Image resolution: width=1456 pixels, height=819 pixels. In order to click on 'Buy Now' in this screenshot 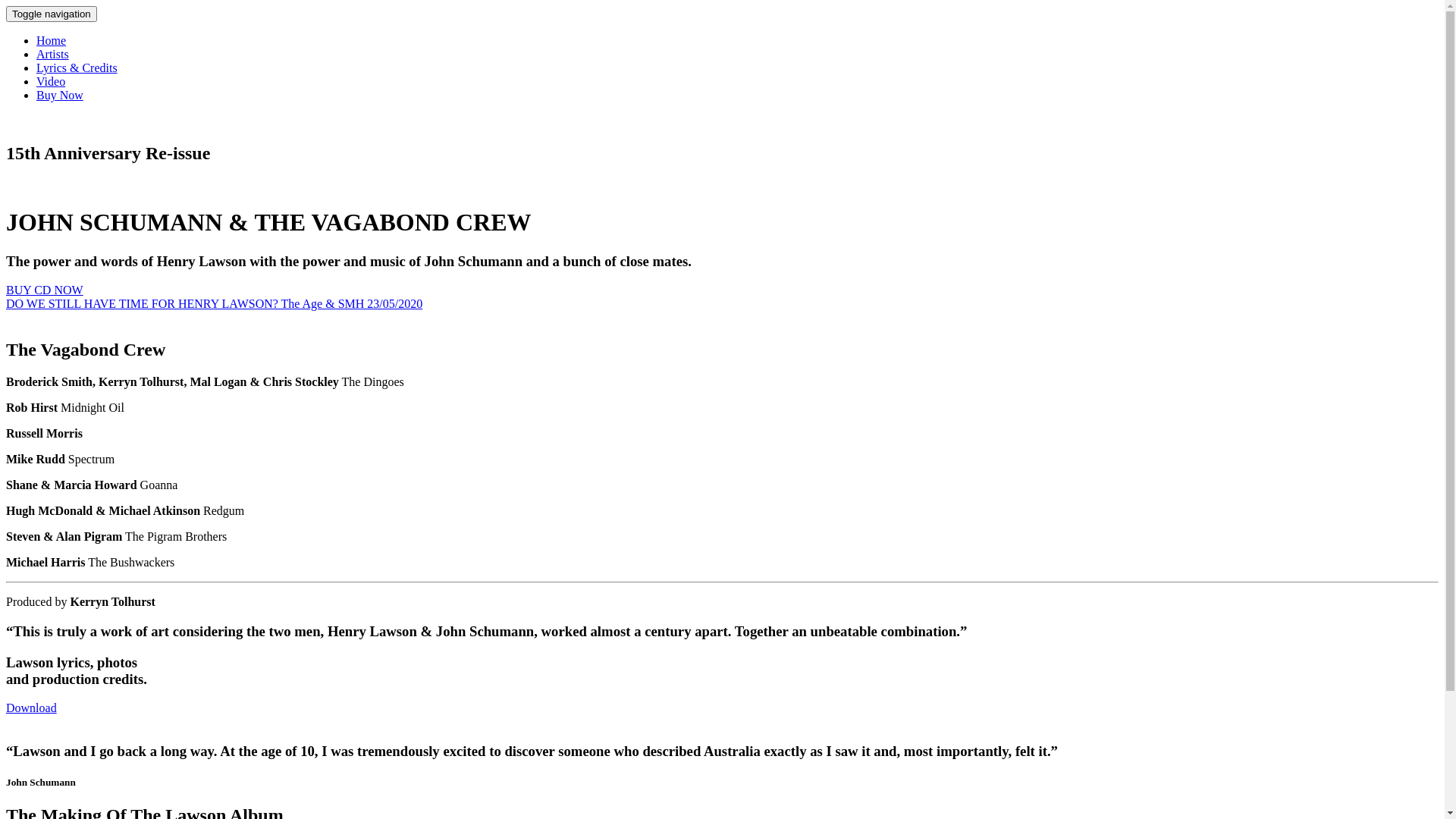, I will do `click(59, 95)`.